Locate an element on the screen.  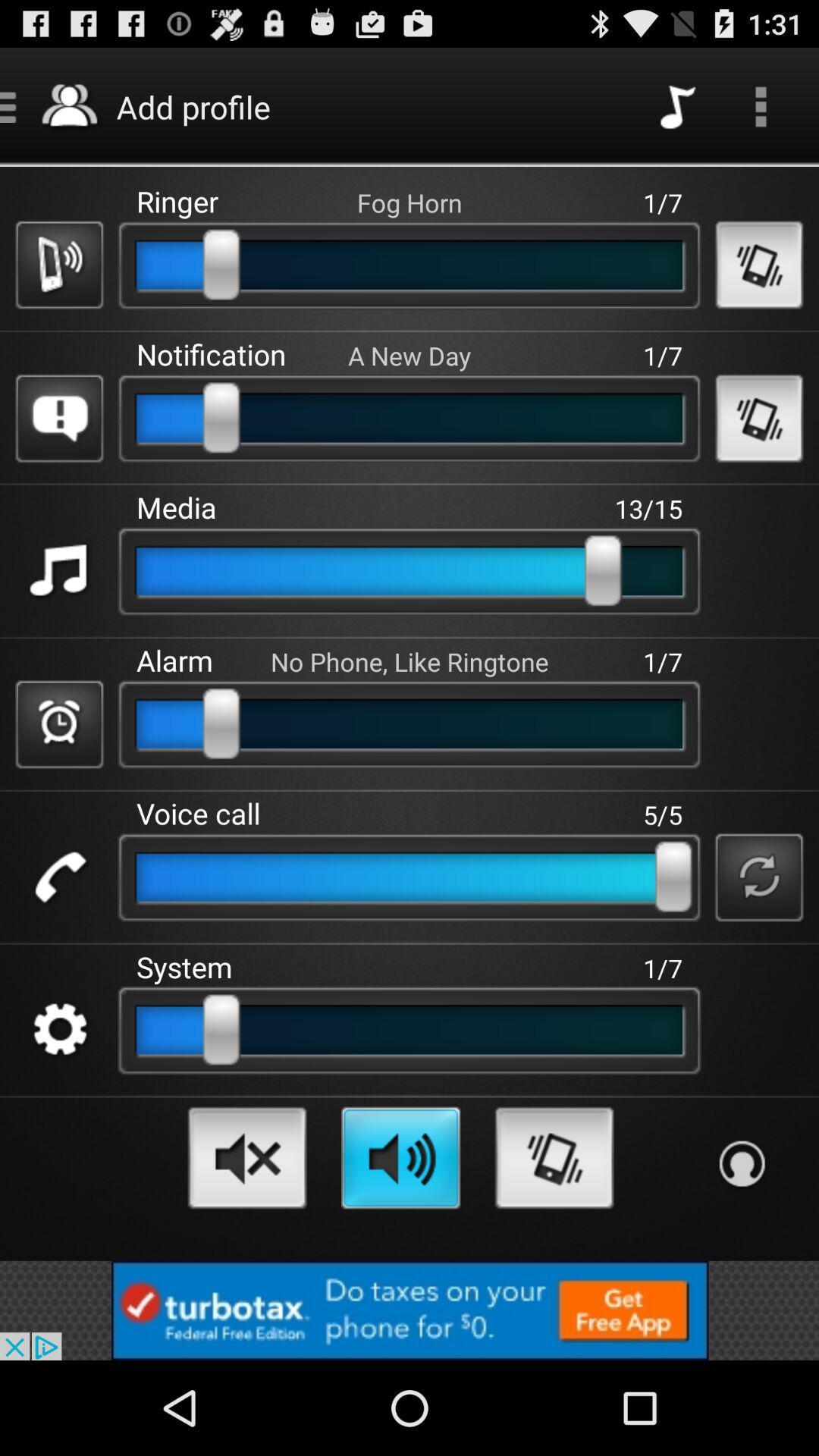
advertisements button is located at coordinates (409, 1310).